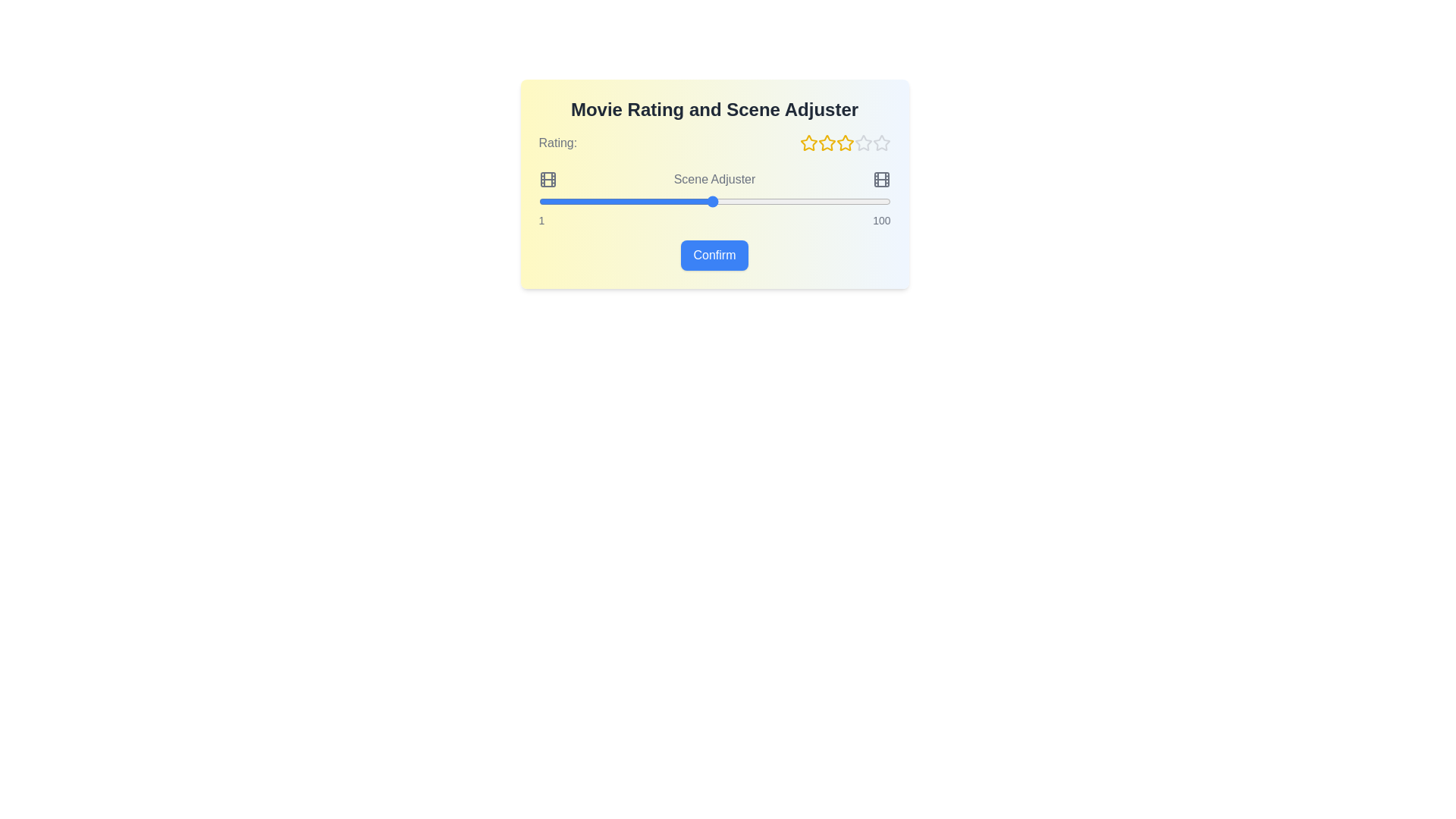  I want to click on the star corresponding to the desired rating of 5 stars, so click(881, 143).